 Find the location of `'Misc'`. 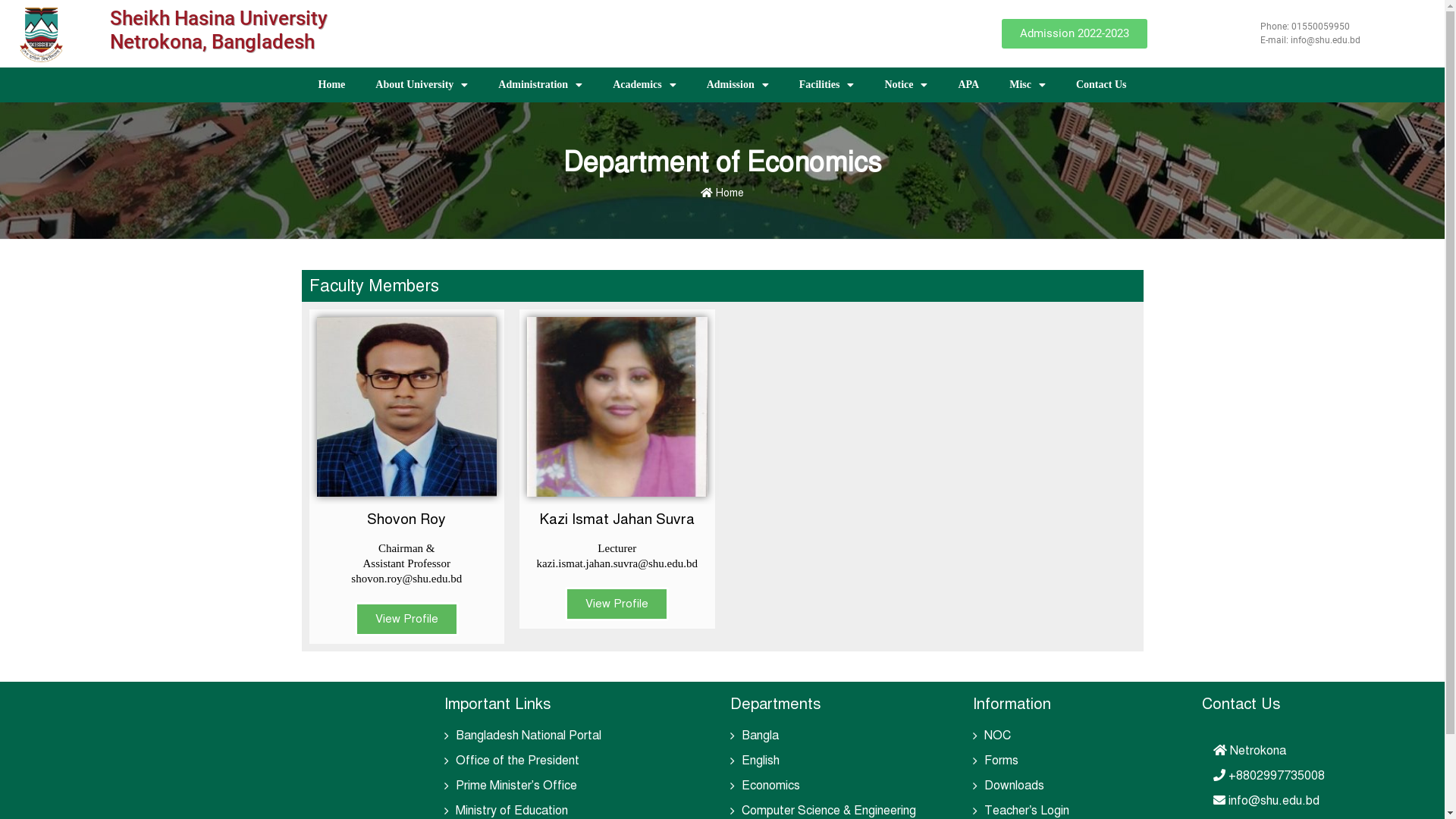

'Misc' is located at coordinates (1027, 84).